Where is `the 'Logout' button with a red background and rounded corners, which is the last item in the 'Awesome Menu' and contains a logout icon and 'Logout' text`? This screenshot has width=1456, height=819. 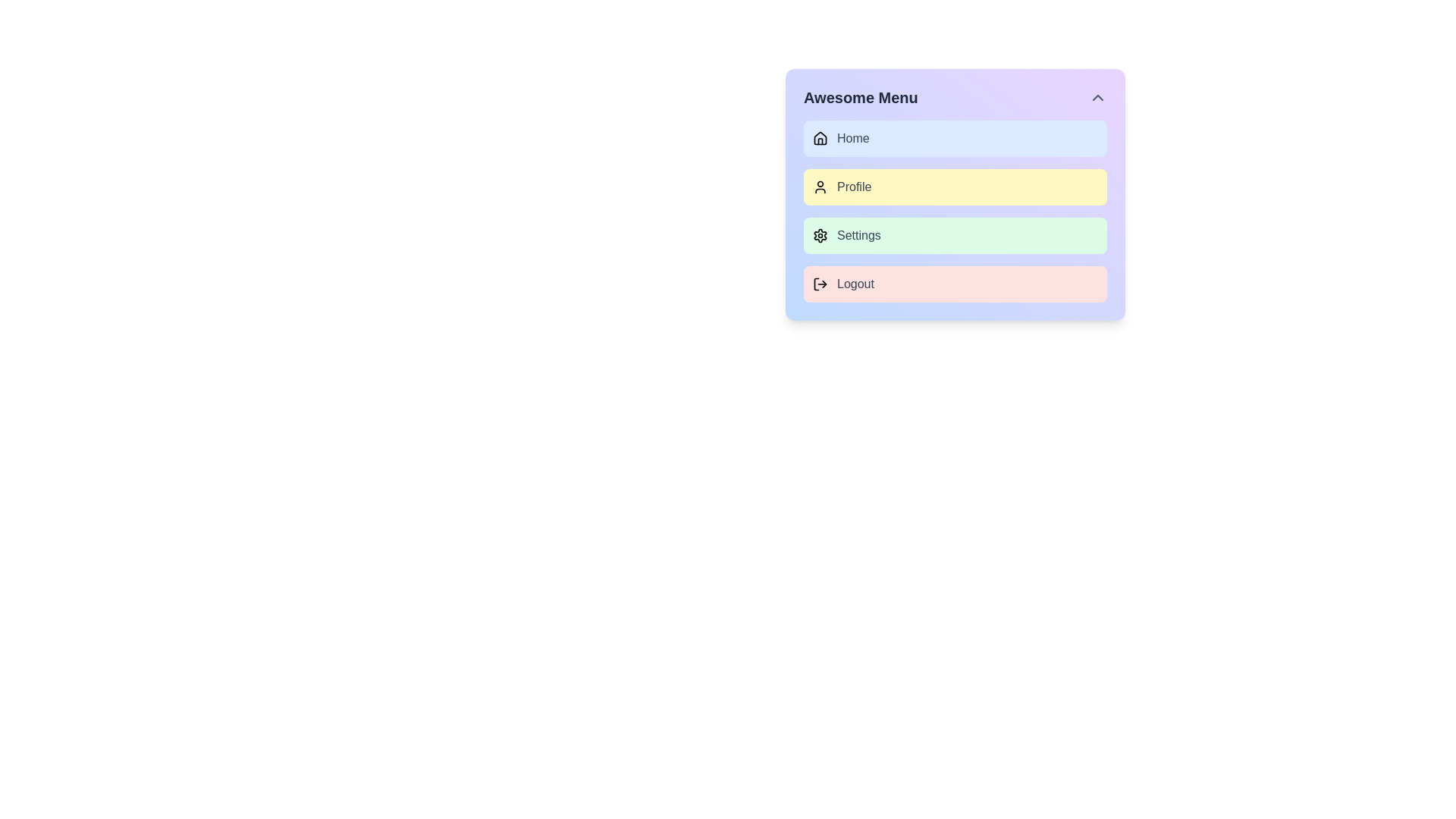 the 'Logout' button with a red background and rounded corners, which is the last item in the 'Awesome Menu' and contains a logout icon and 'Logout' text is located at coordinates (954, 284).